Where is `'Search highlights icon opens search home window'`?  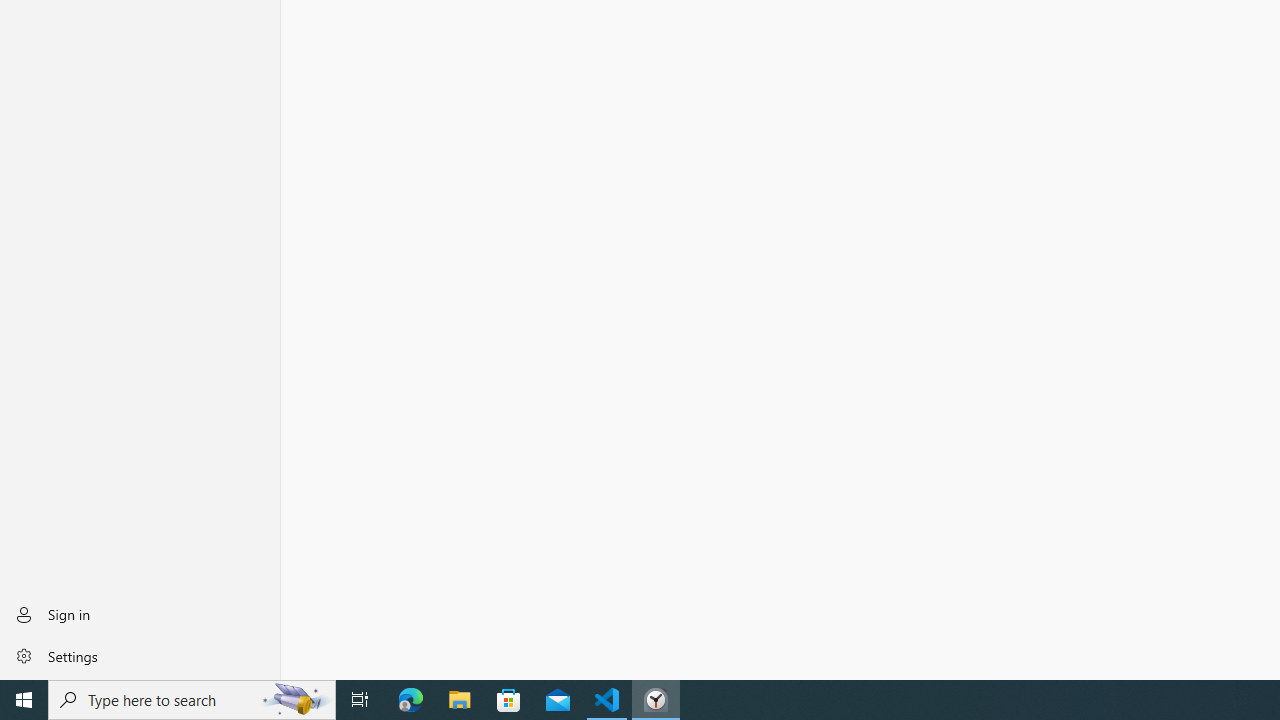
'Search highlights icon opens search home window' is located at coordinates (294, 698).